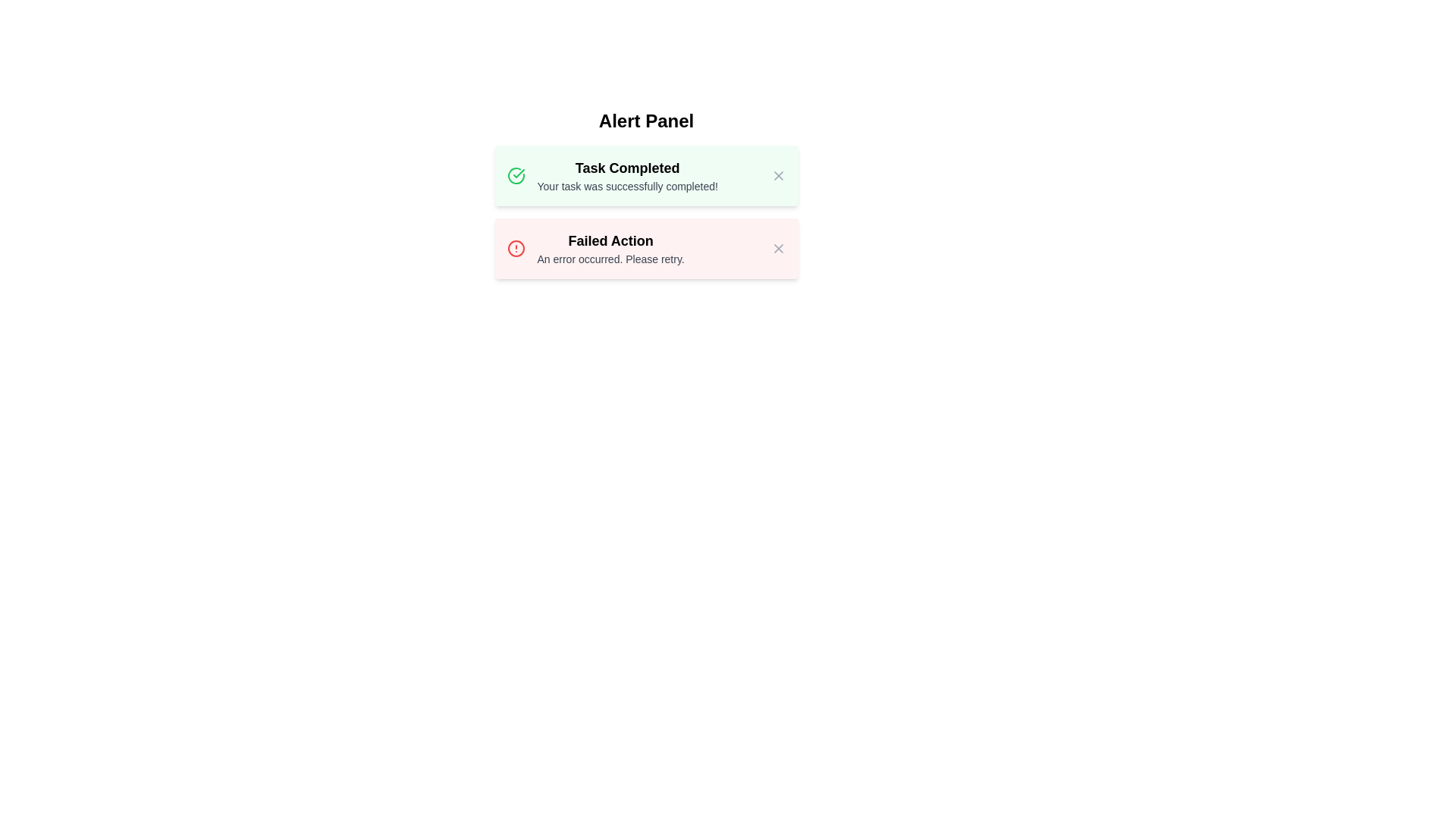 The height and width of the screenshot is (819, 1456). Describe the element at coordinates (778, 174) in the screenshot. I see `the Close button represented as an SVG 'X' symbol, located in the top right region of the green success panel labeled 'Task Completed'` at that location.